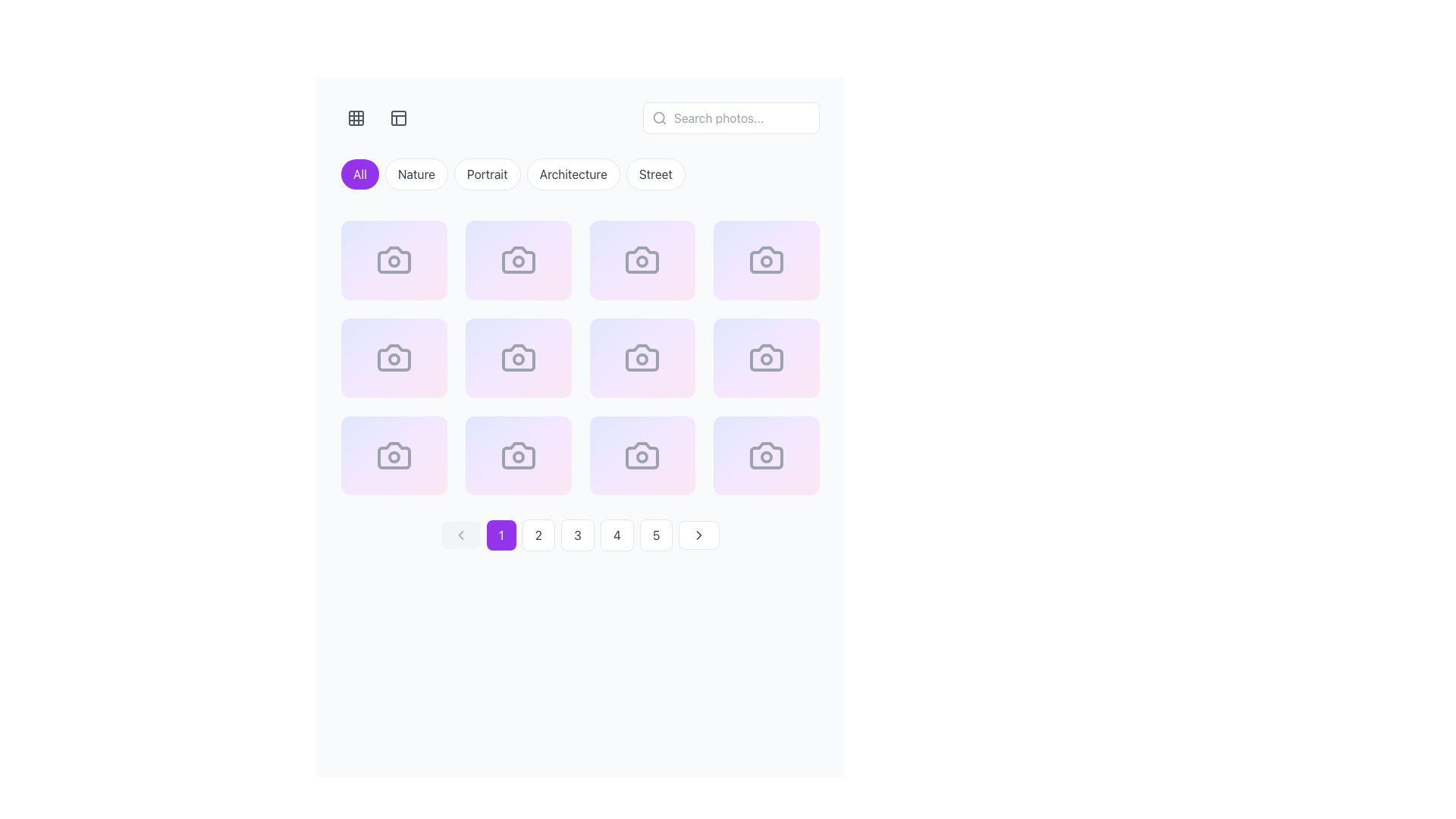 This screenshot has height=819, width=1456. Describe the element at coordinates (655, 174) in the screenshot. I see `the 'Street' button, which has a rounded rectangular shape with a white background and gray text` at that location.